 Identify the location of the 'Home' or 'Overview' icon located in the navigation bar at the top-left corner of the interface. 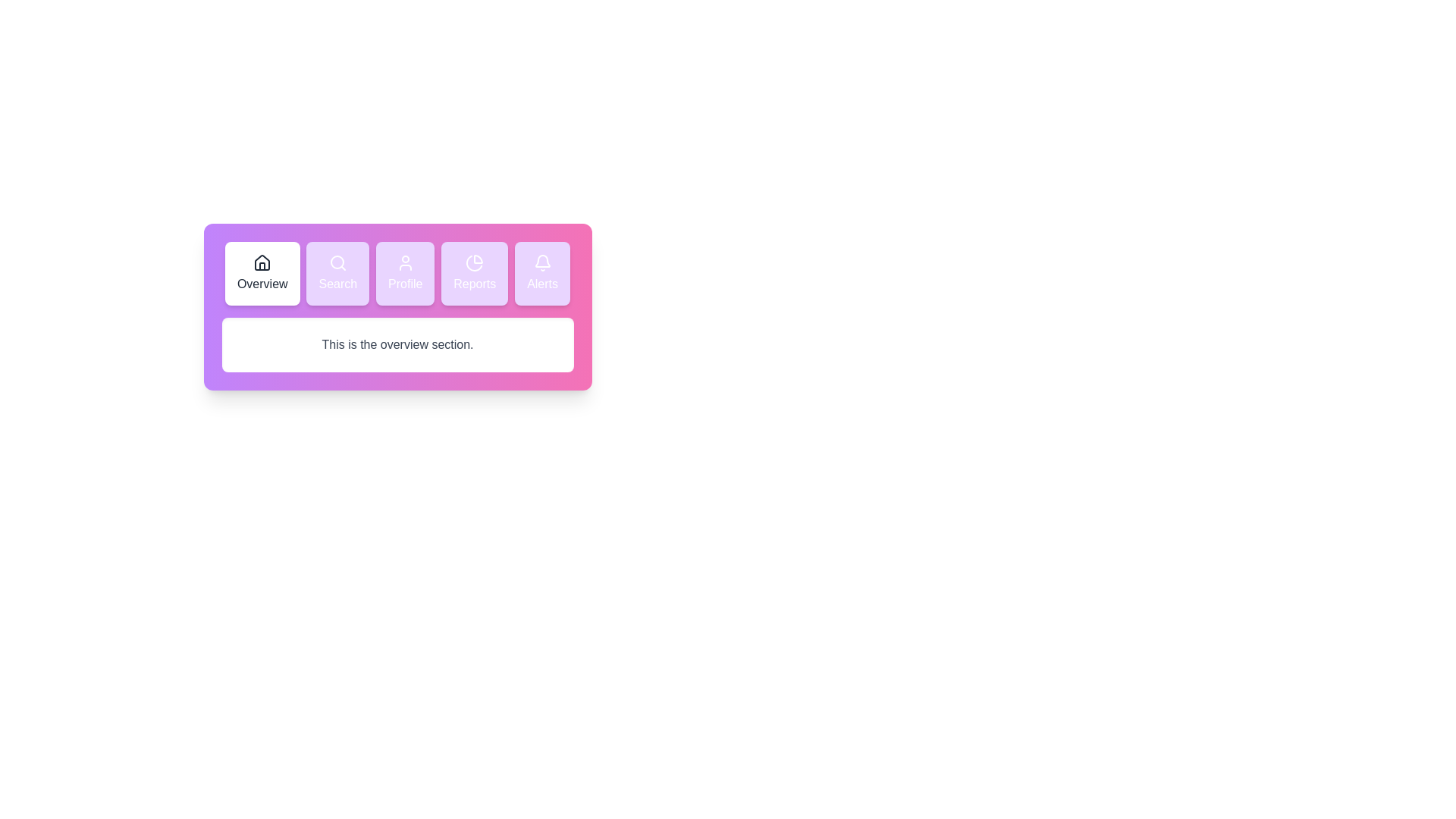
(262, 262).